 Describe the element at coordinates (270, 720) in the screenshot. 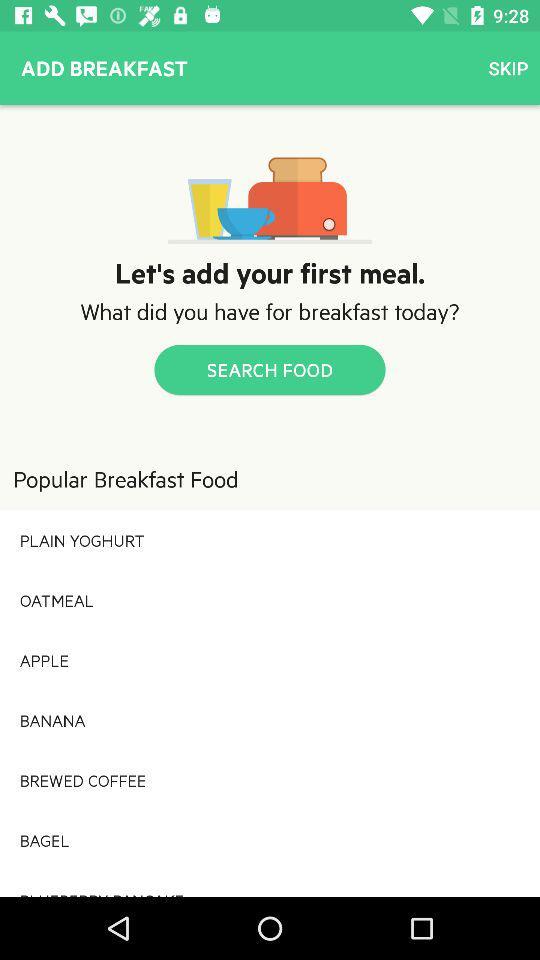

I see `banana icon` at that location.